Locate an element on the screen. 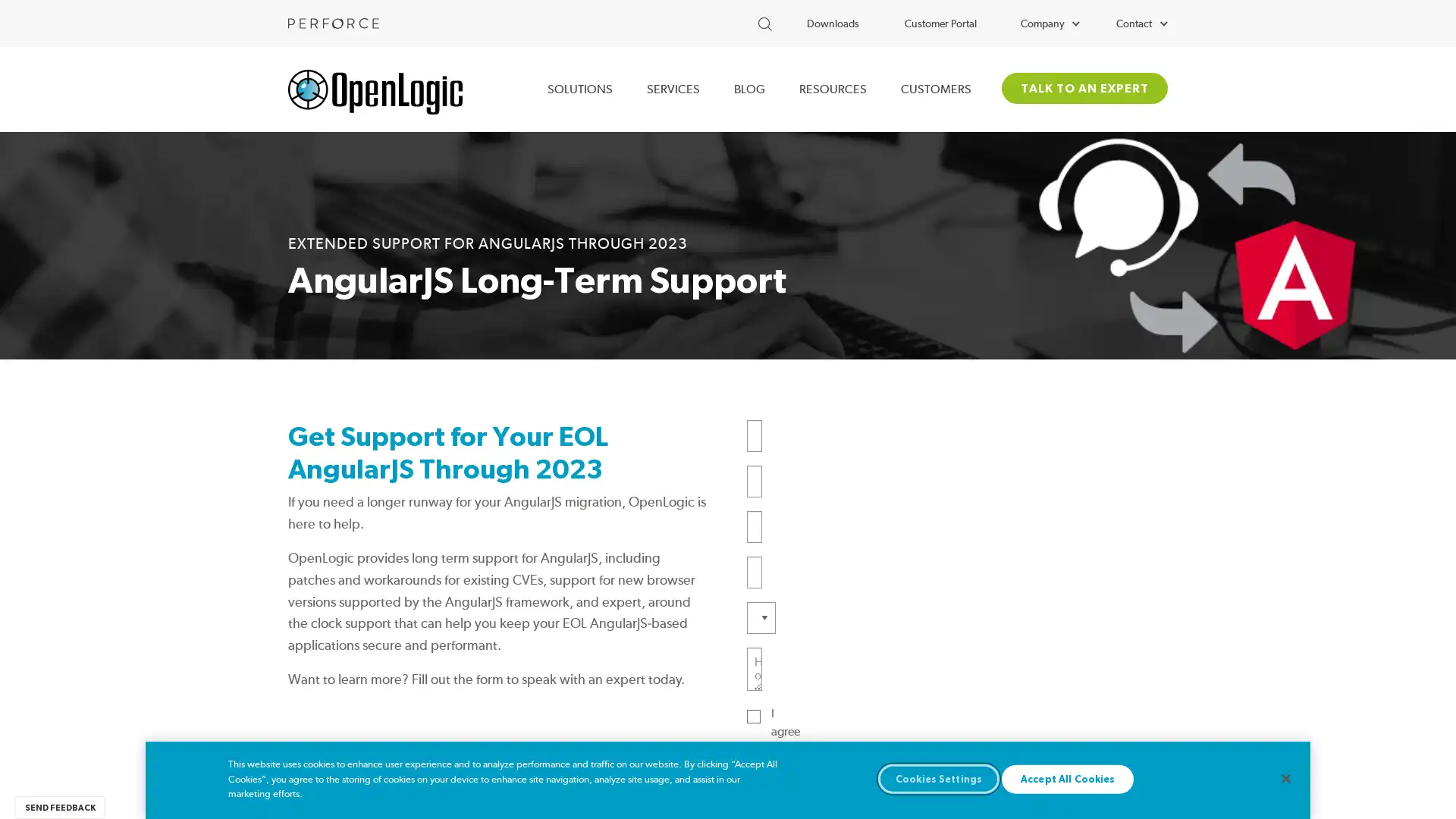  Cookies Settings is located at coordinates (938, 778).